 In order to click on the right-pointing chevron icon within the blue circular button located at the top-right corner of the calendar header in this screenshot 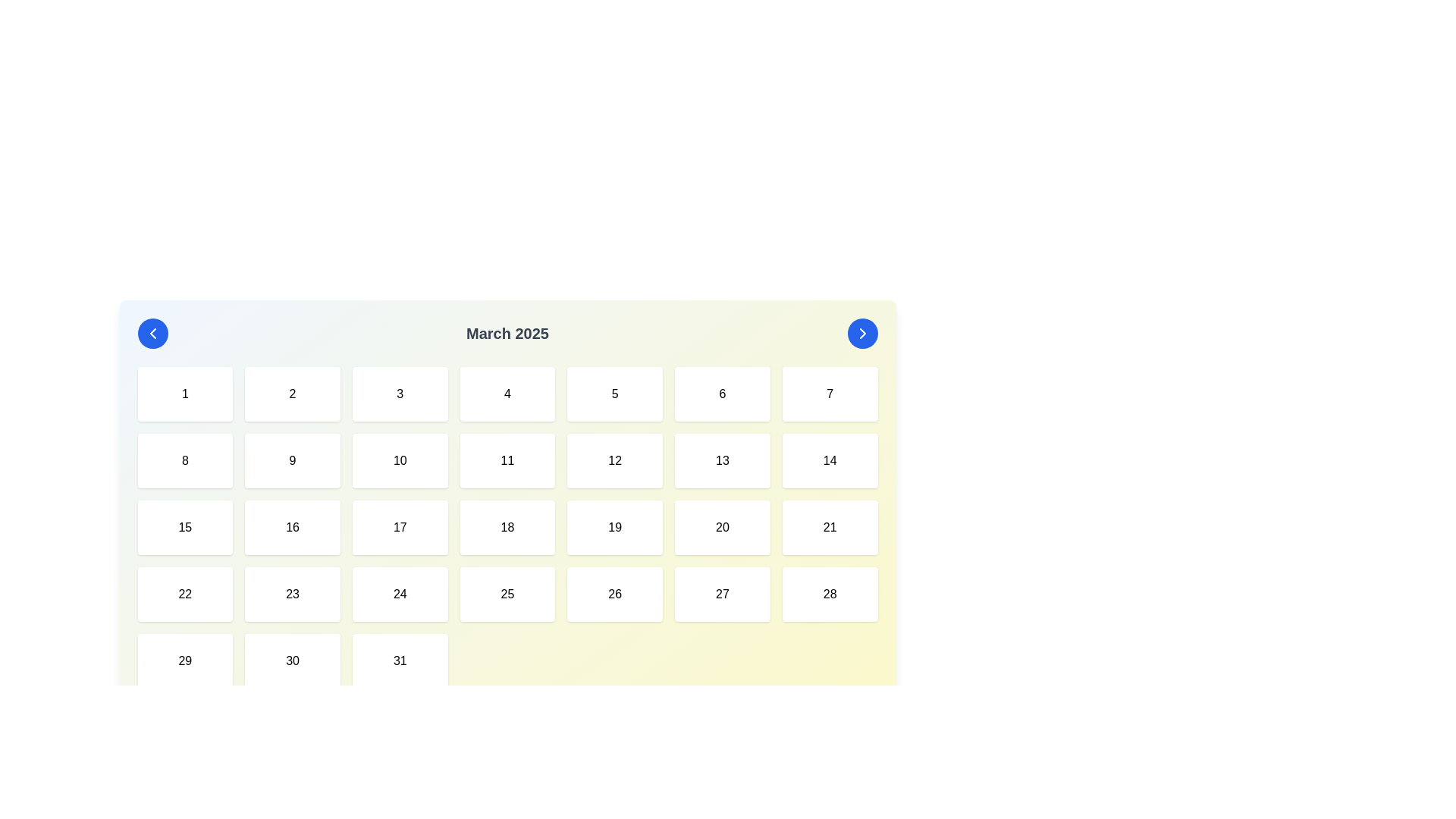, I will do `click(862, 332)`.